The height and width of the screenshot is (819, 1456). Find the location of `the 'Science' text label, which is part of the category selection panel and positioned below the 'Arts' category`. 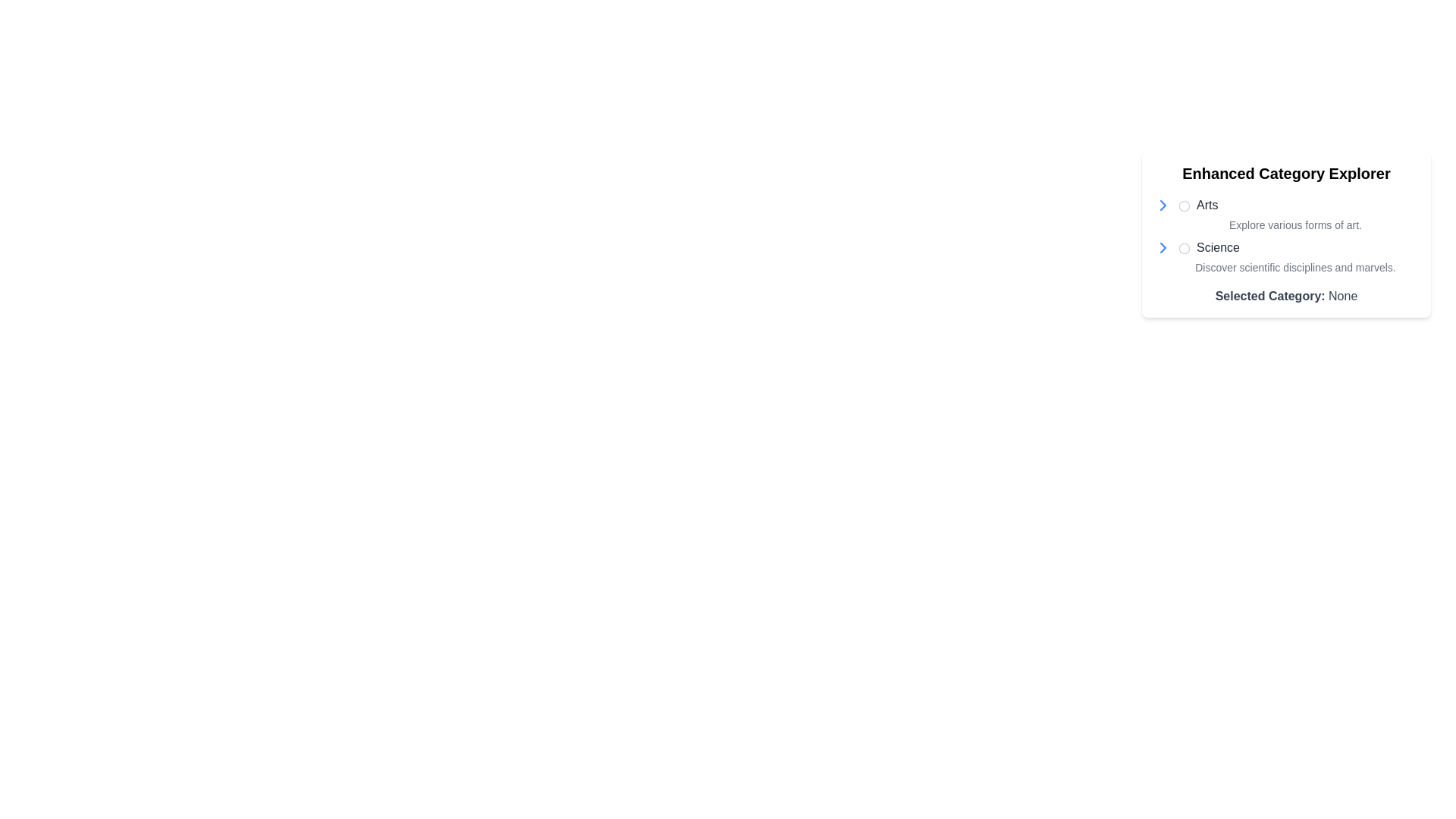

the 'Science' text label, which is part of the category selection panel and positioned below the 'Arts' category is located at coordinates (1218, 246).